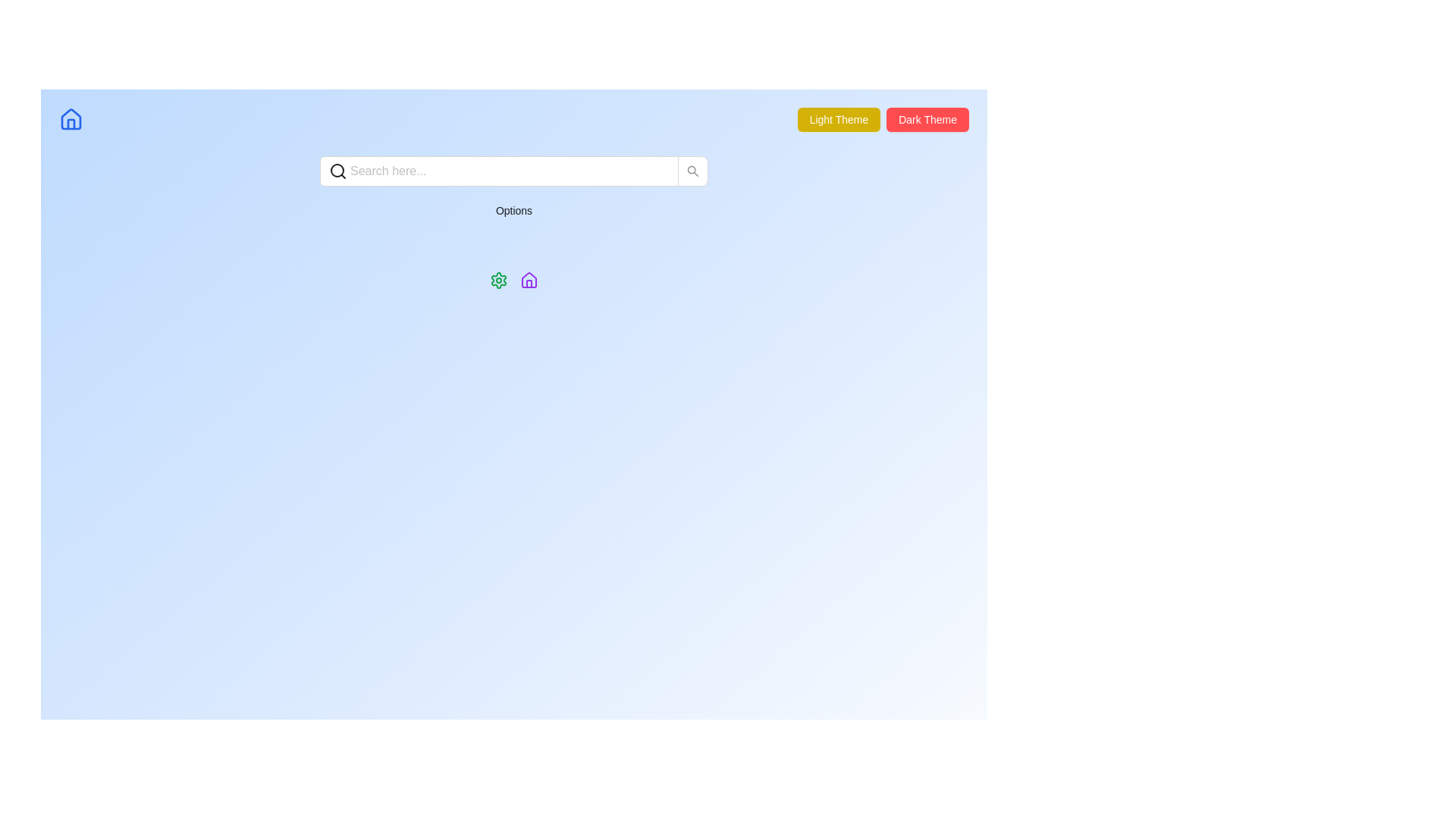  Describe the element at coordinates (71, 124) in the screenshot. I see `the presence of the door icon within the house icon, which is located in the upper-left corner of the interface` at that location.